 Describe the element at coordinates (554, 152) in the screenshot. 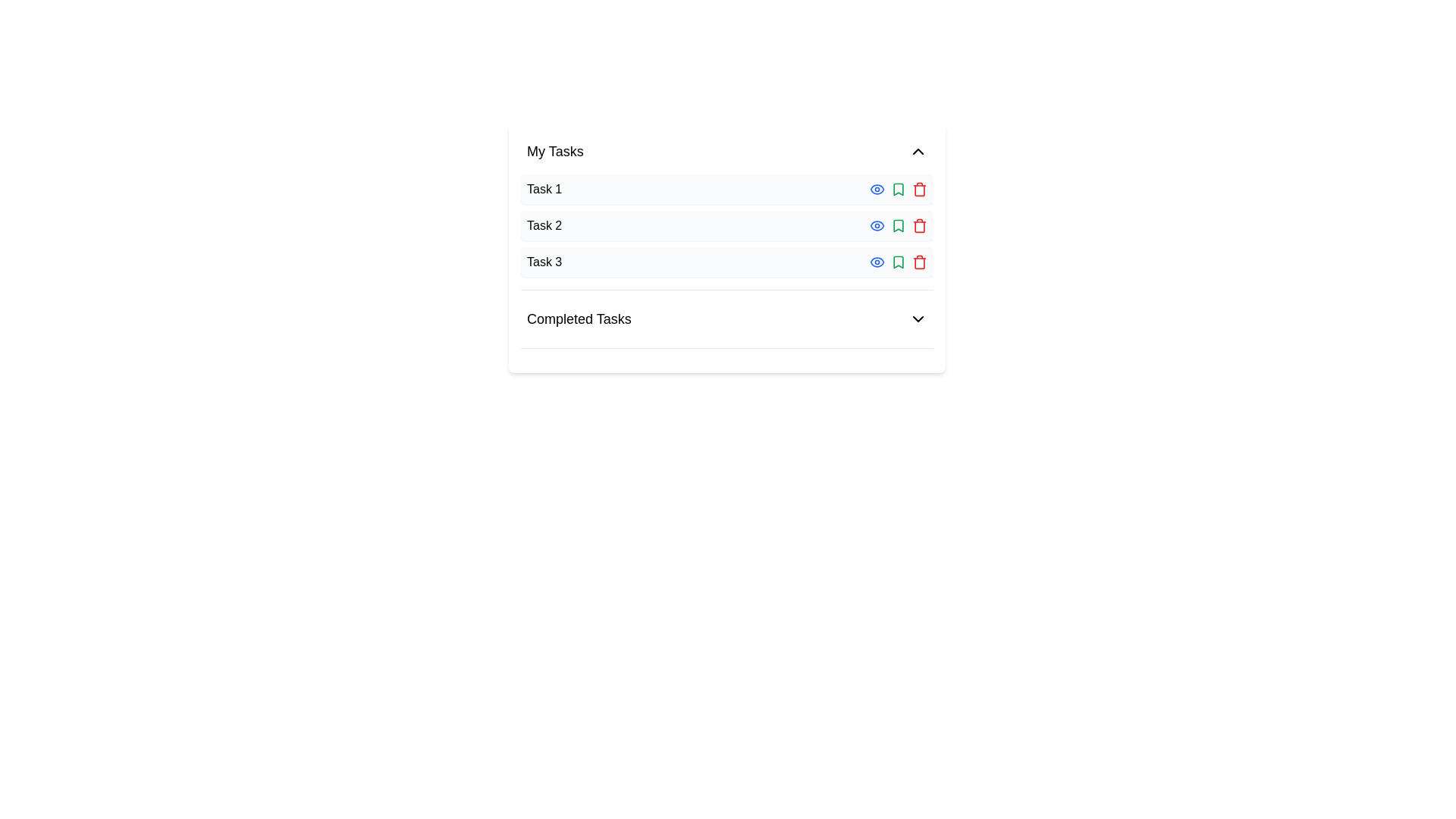

I see `the label that serves as a header for the list of tasks, located at the top-left of the card` at that location.